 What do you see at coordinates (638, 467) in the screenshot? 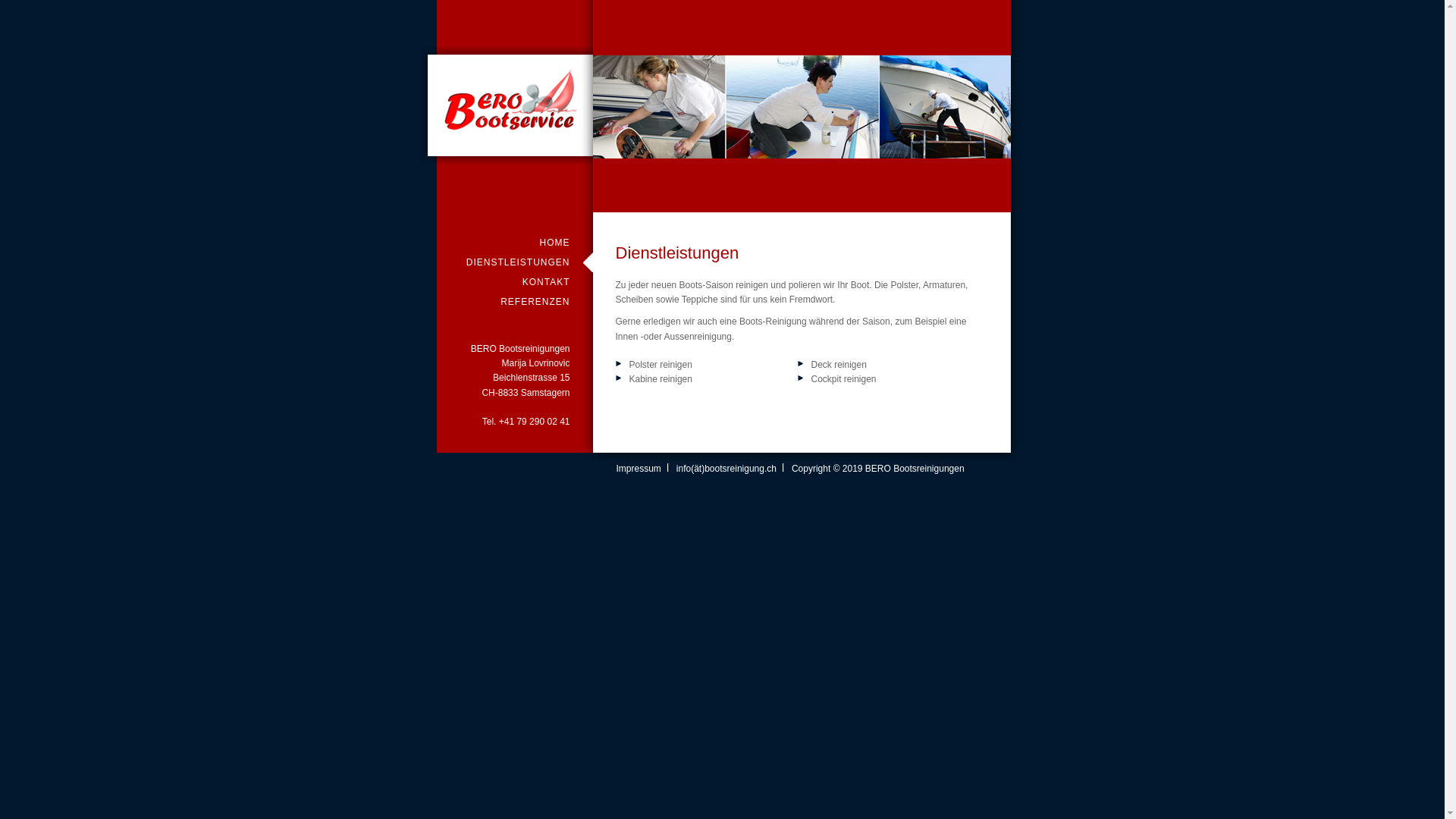
I see `'Impressum'` at bounding box center [638, 467].